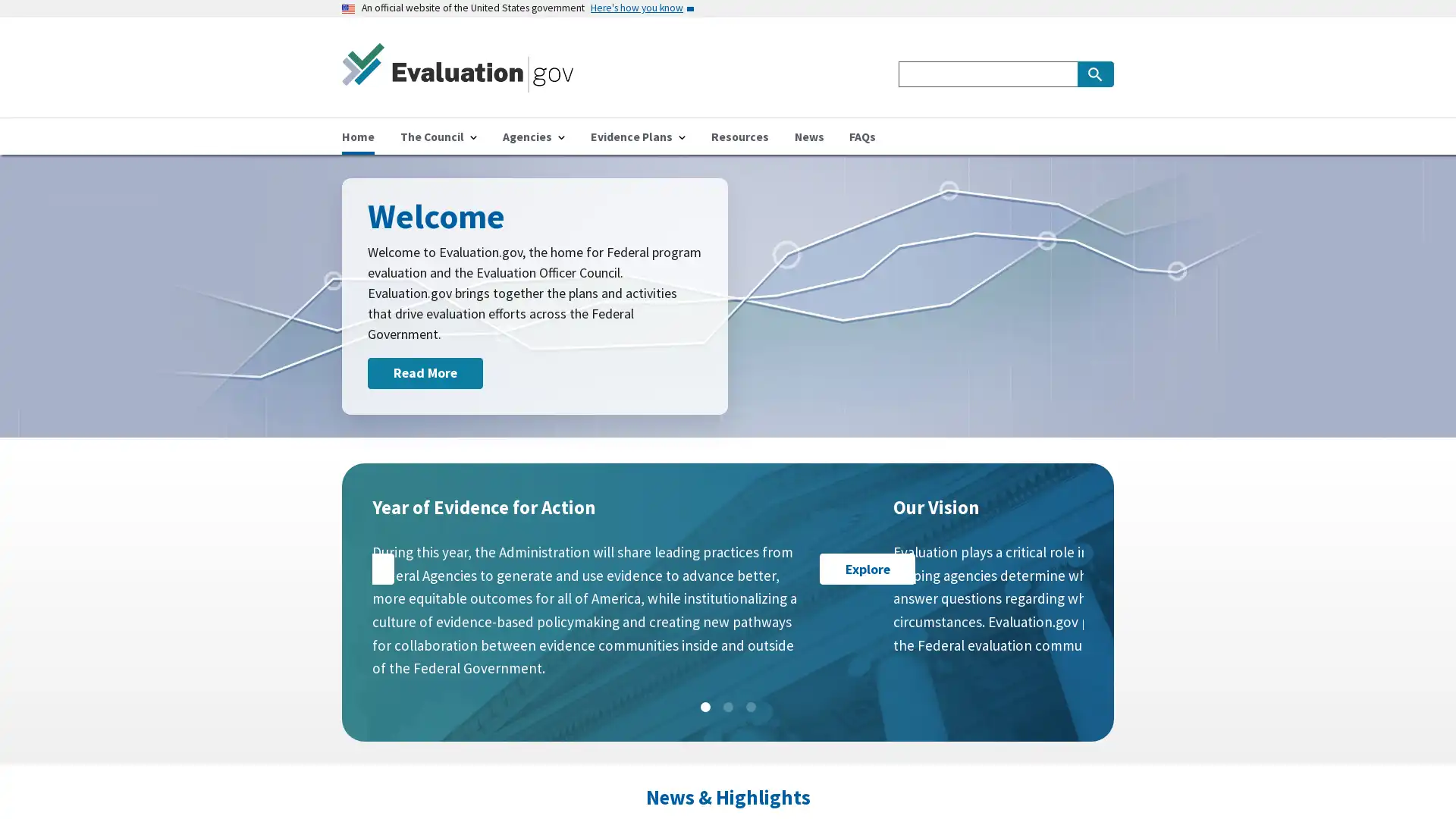  Describe the element at coordinates (637, 136) in the screenshot. I see `Evidence Plans` at that location.